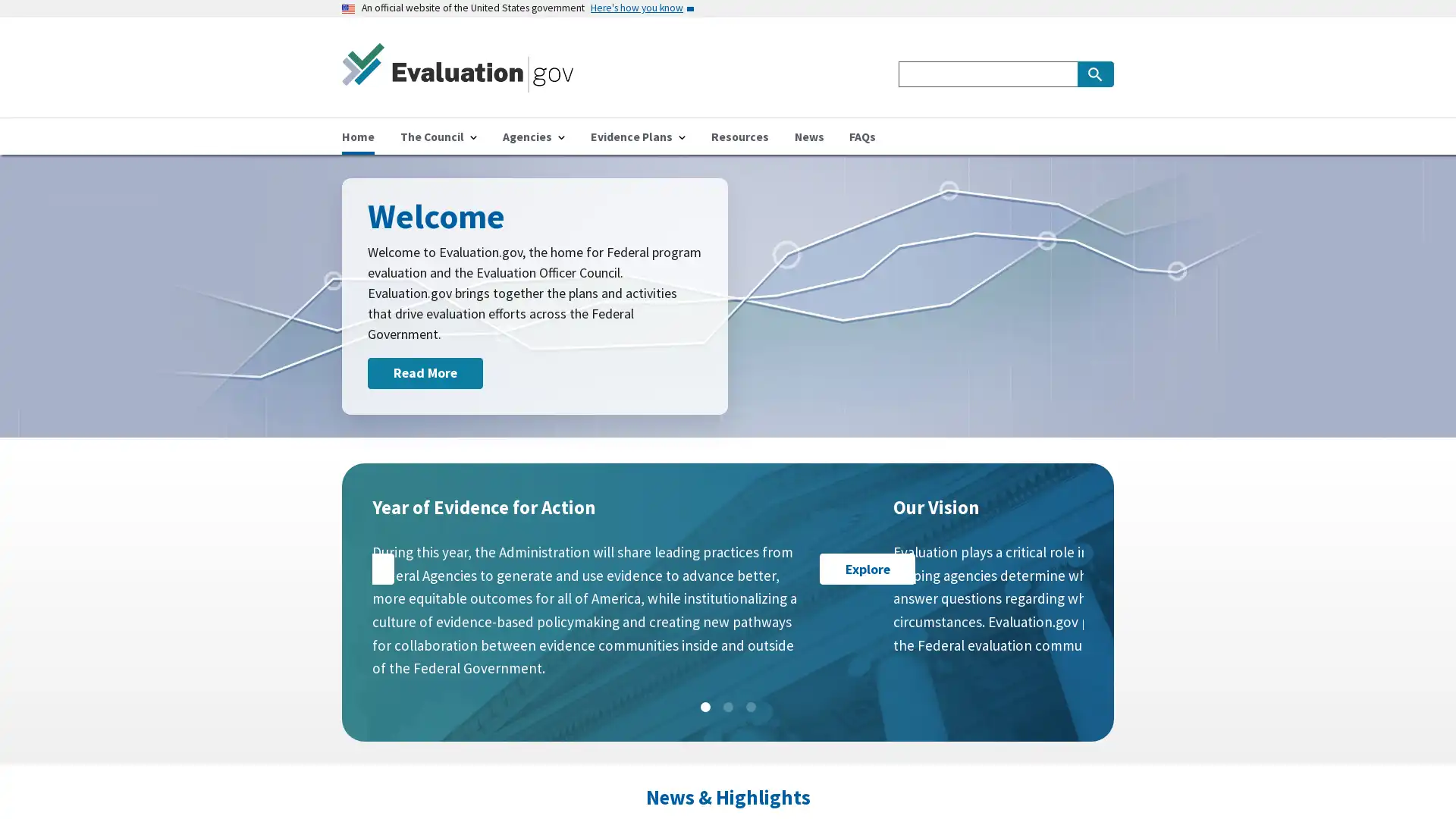  Describe the element at coordinates (637, 136) in the screenshot. I see `Evidence Plans` at that location.